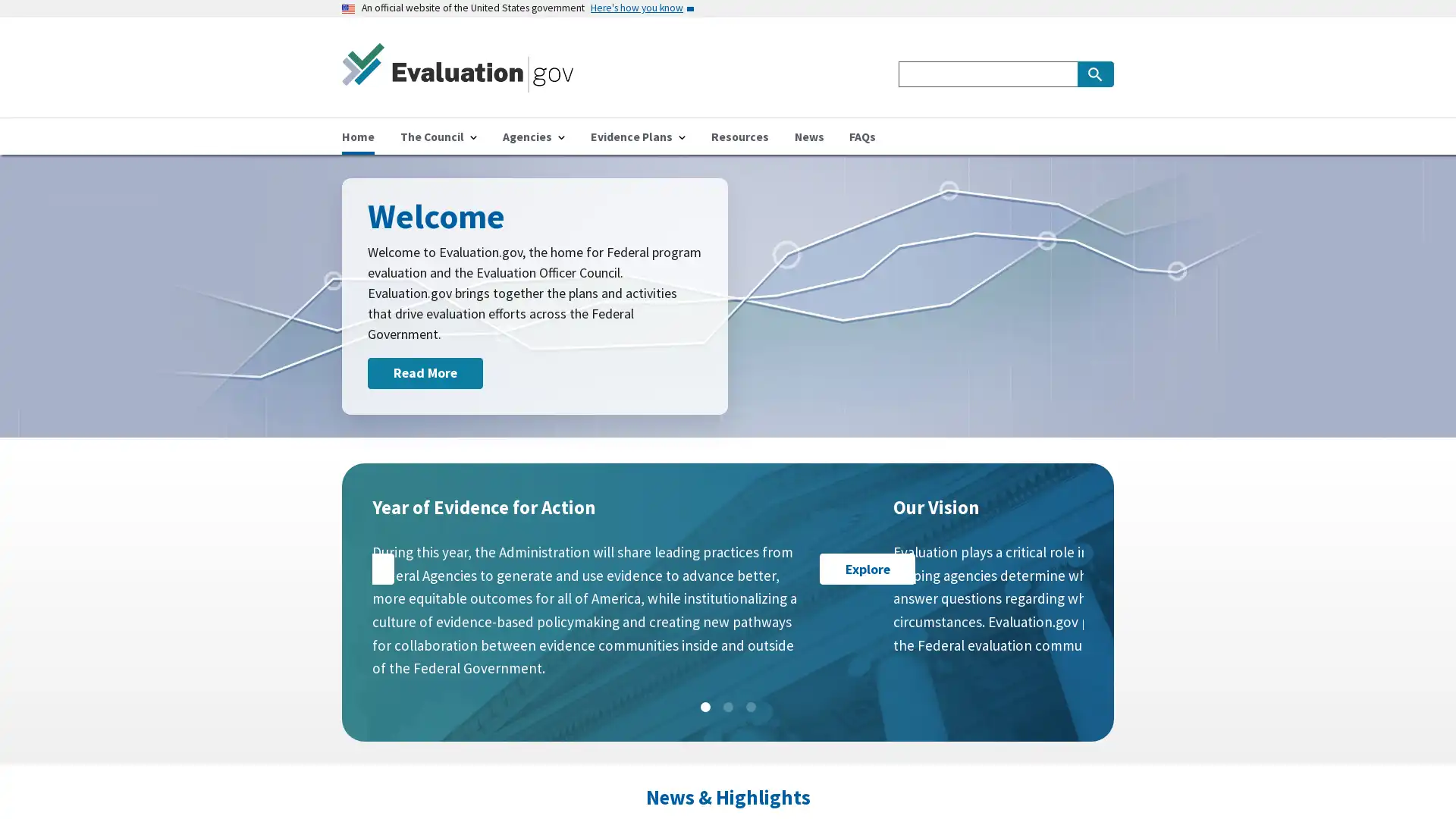  Describe the element at coordinates (637, 136) in the screenshot. I see `Evidence Plans` at that location.